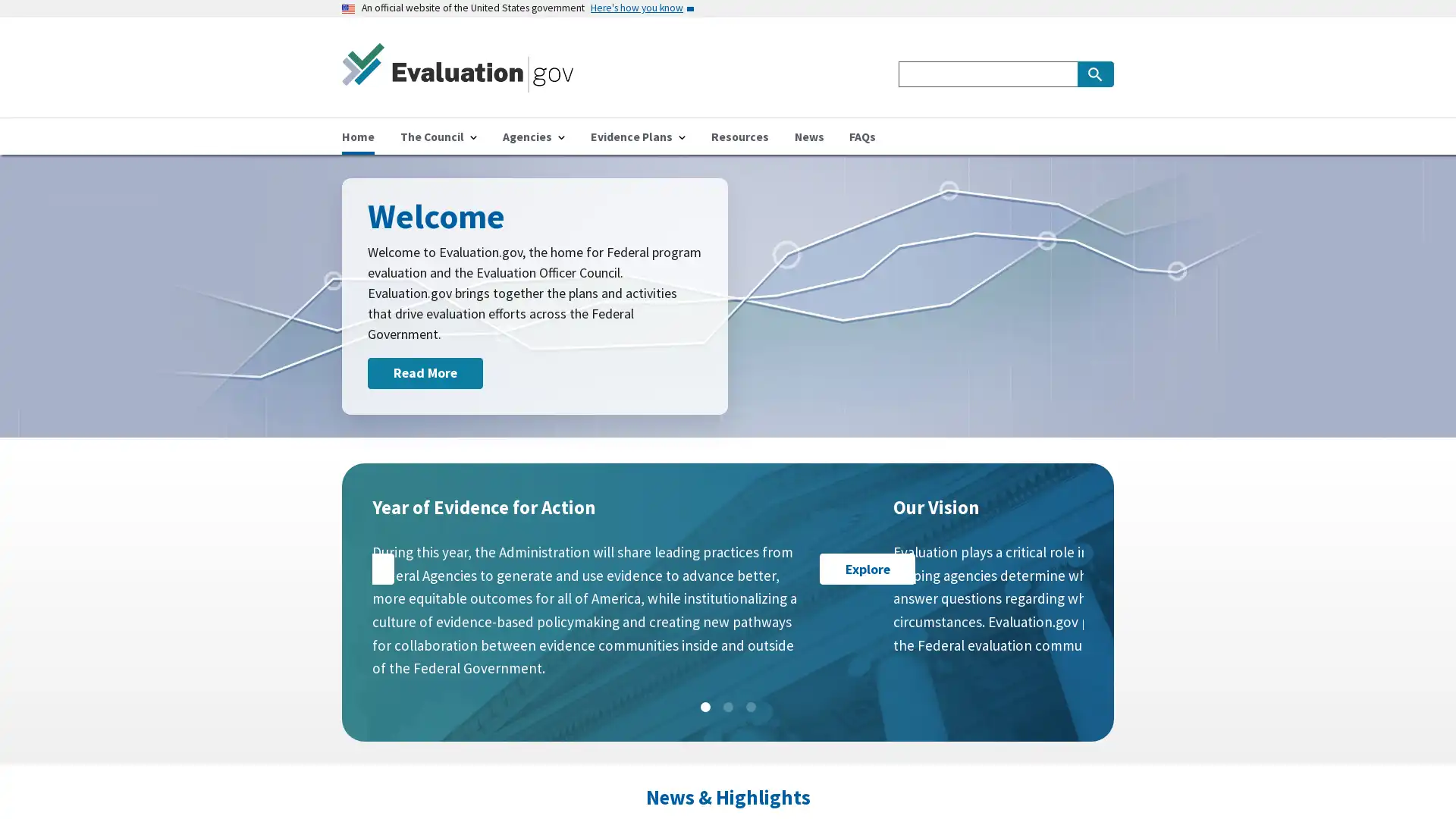  Describe the element at coordinates (637, 136) in the screenshot. I see `Evidence Plans` at that location.